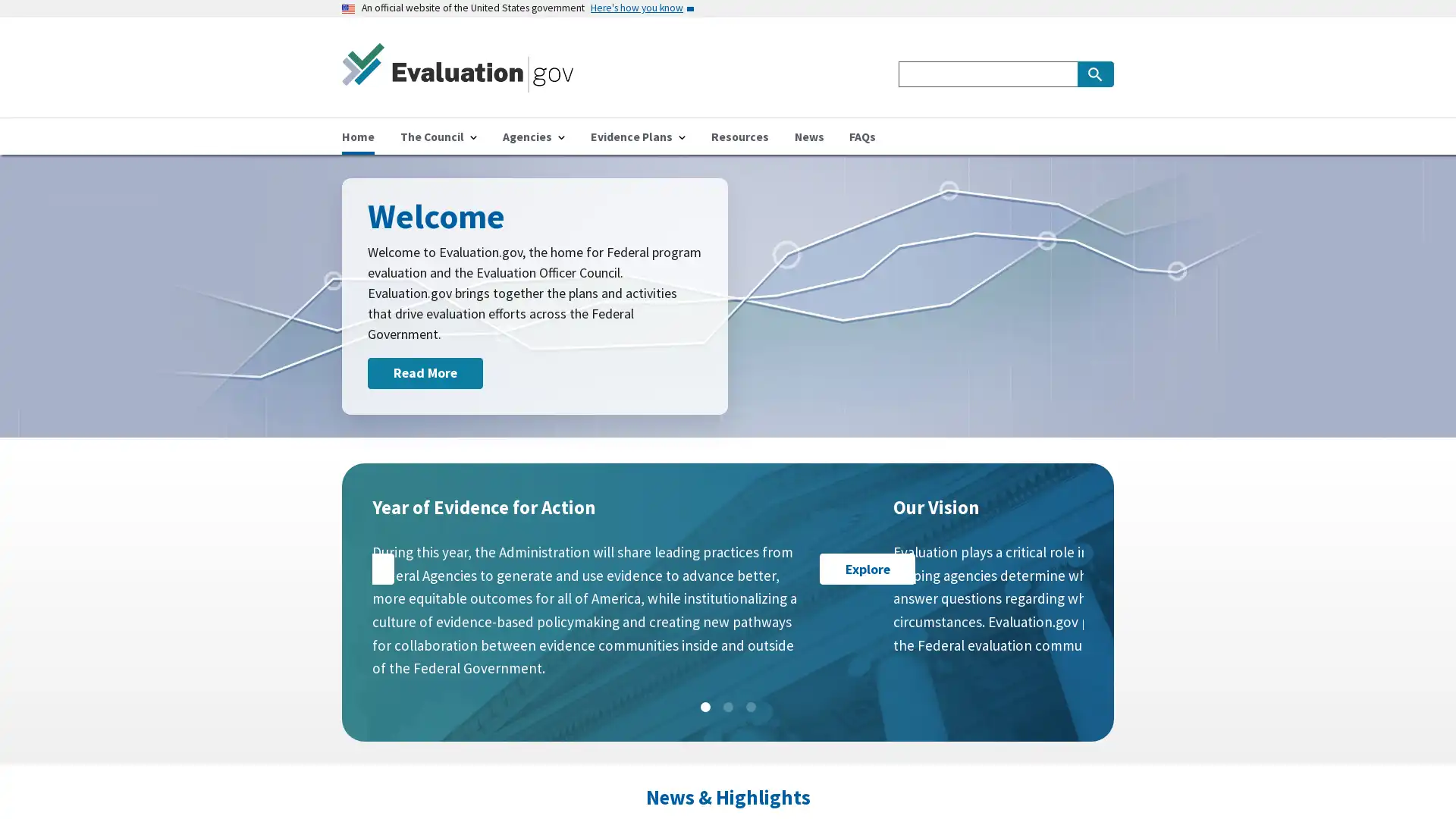  Describe the element at coordinates (637, 136) in the screenshot. I see `Evidence Plans` at that location.